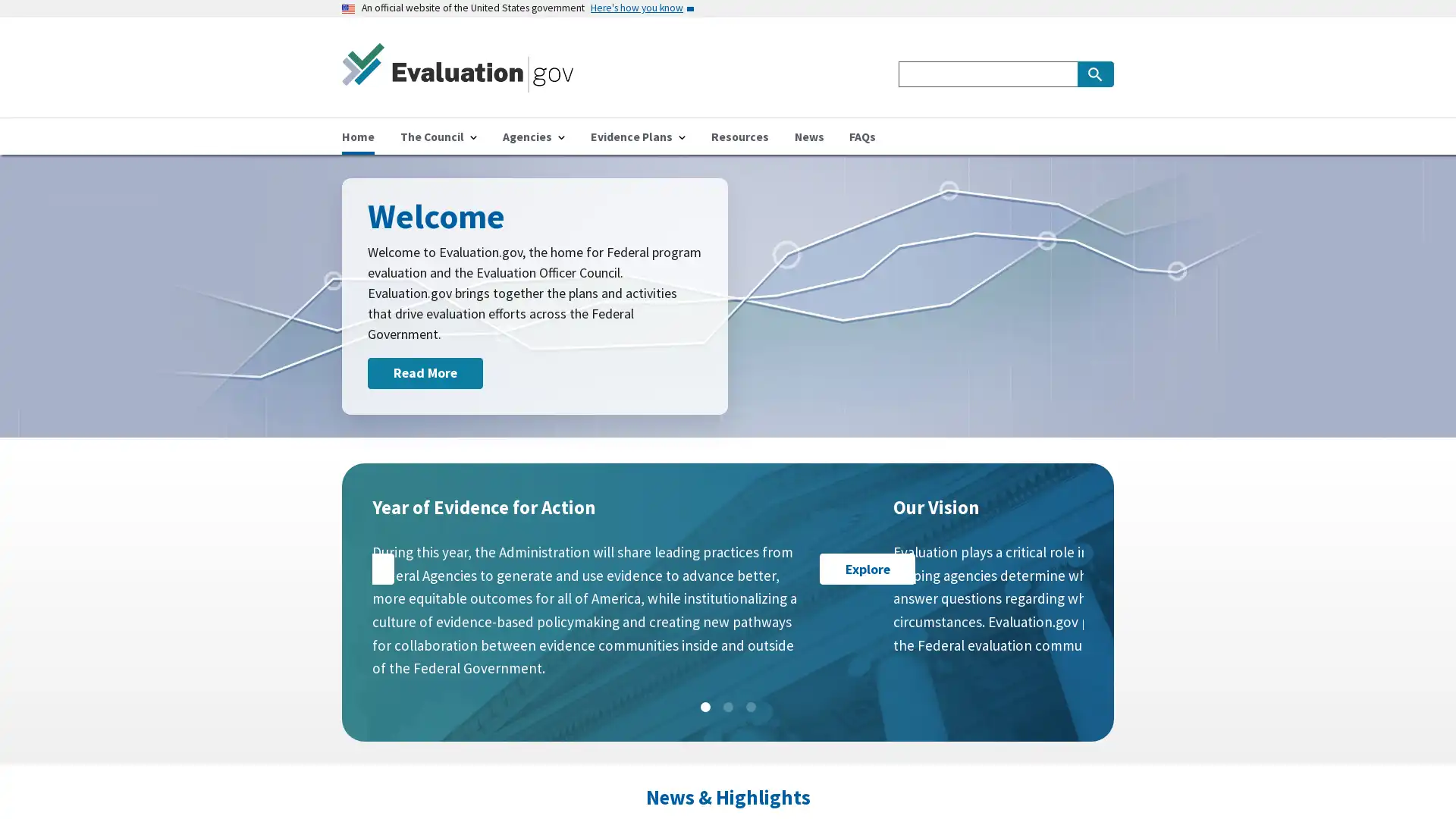  Describe the element at coordinates (637, 136) in the screenshot. I see `Evidence Plans` at that location.